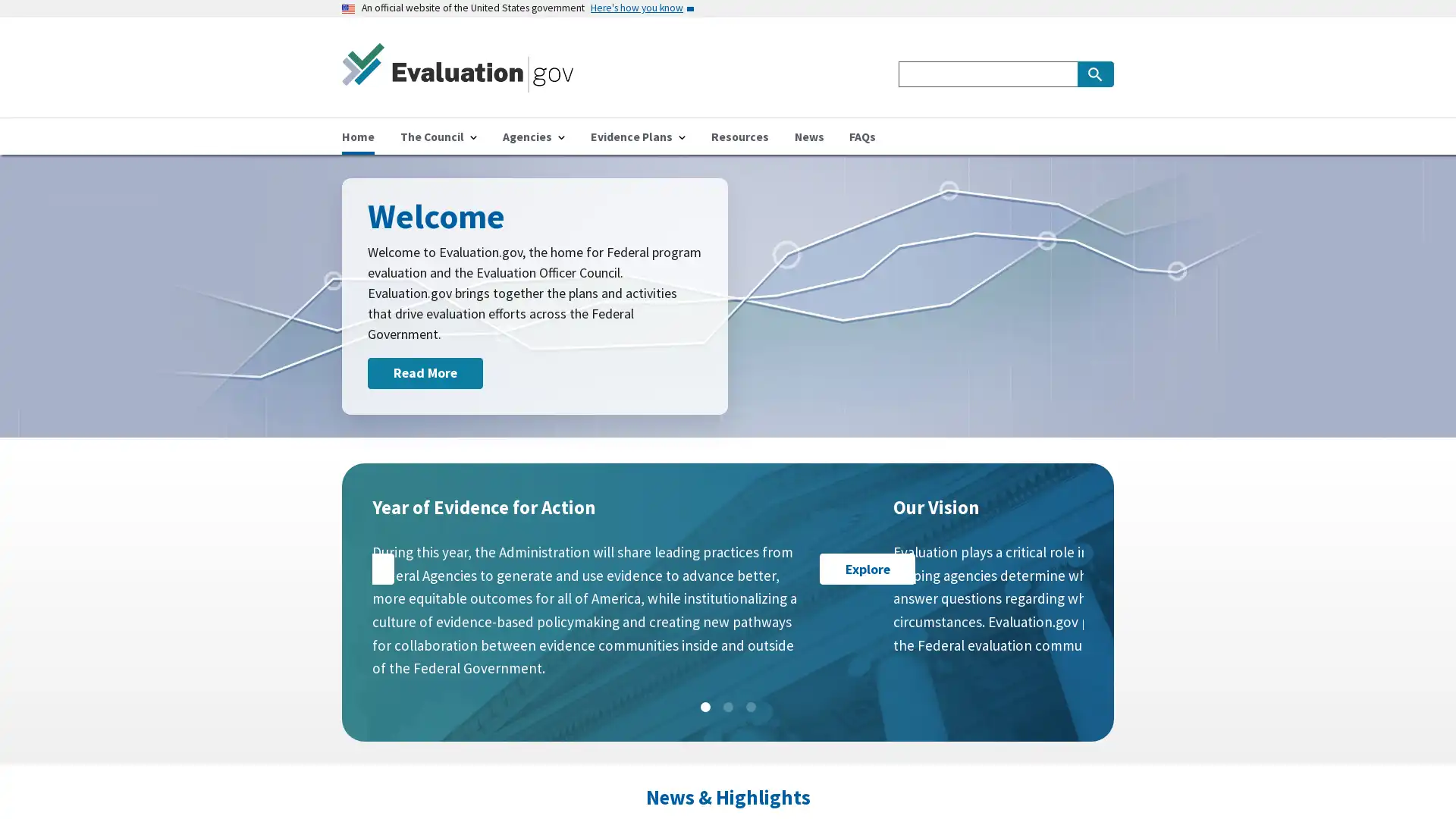  Describe the element at coordinates (637, 136) in the screenshot. I see `Evidence Plans` at that location.